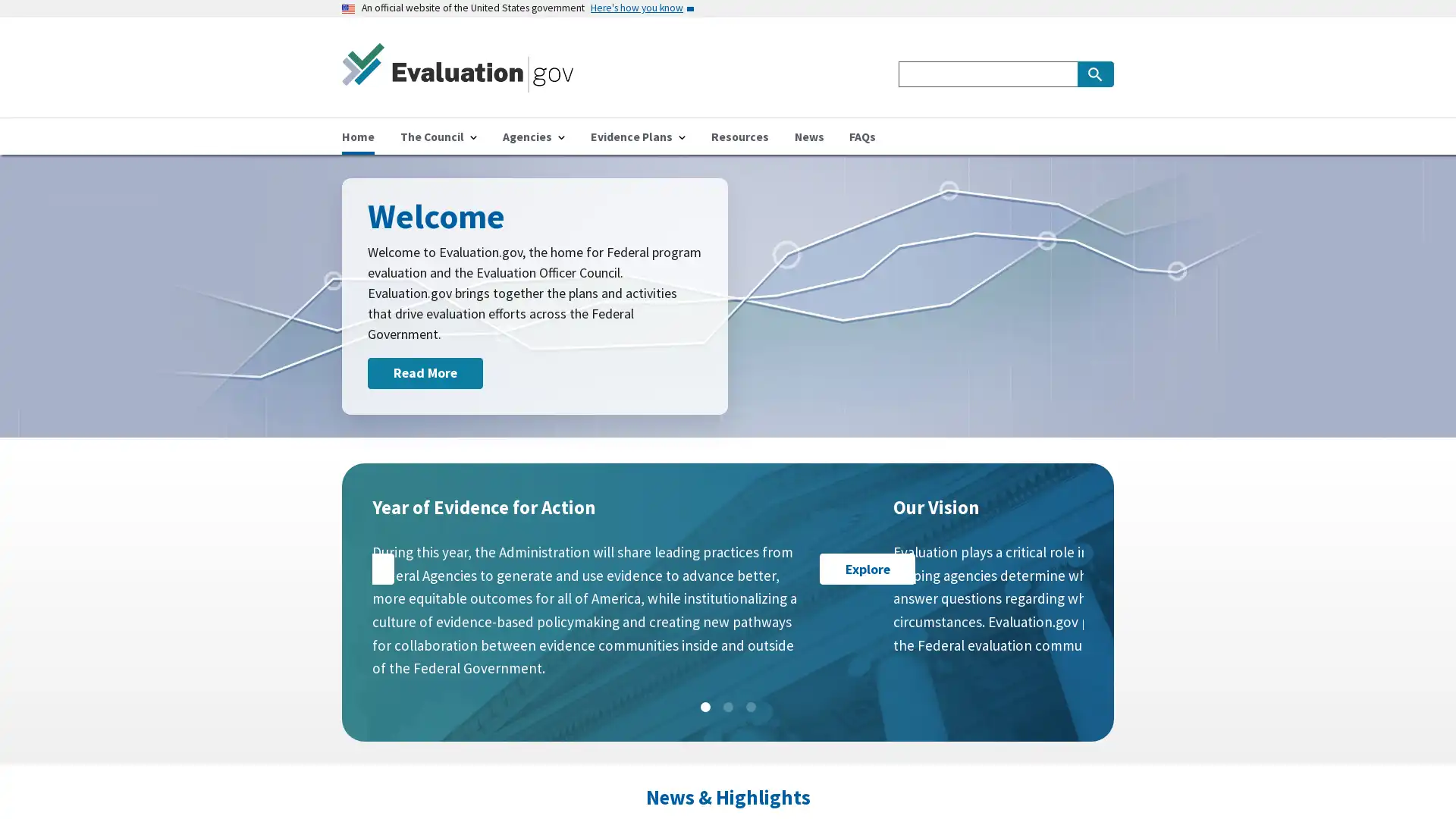  Describe the element at coordinates (637, 136) in the screenshot. I see `Evidence Plans` at that location.